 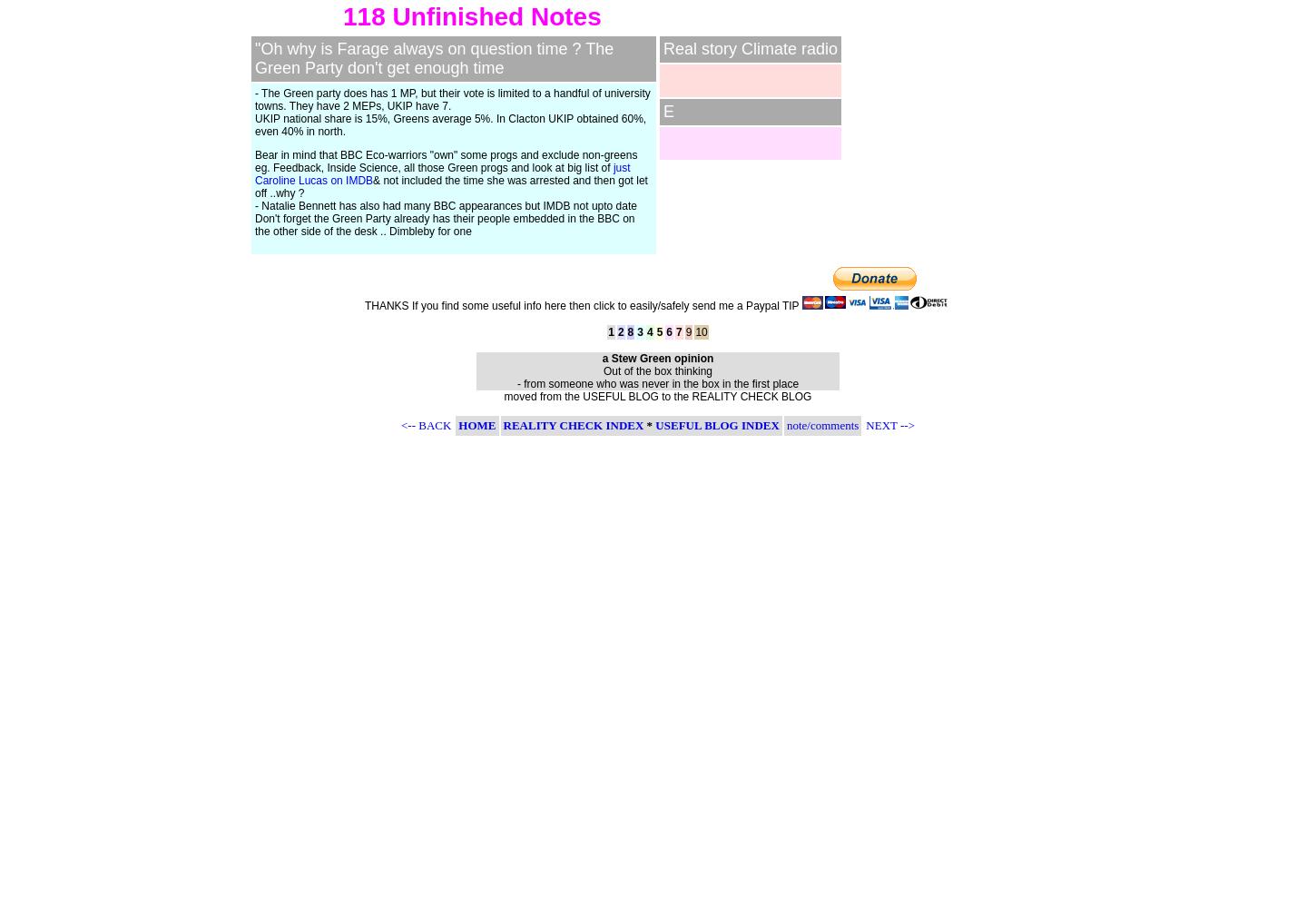 What do you see at coordinates (656, 397) in the screenshot?
I see `'moved from the USEFUL BLOG to the REALITY CHECK BLOG'` at bounding box center [656, 397].